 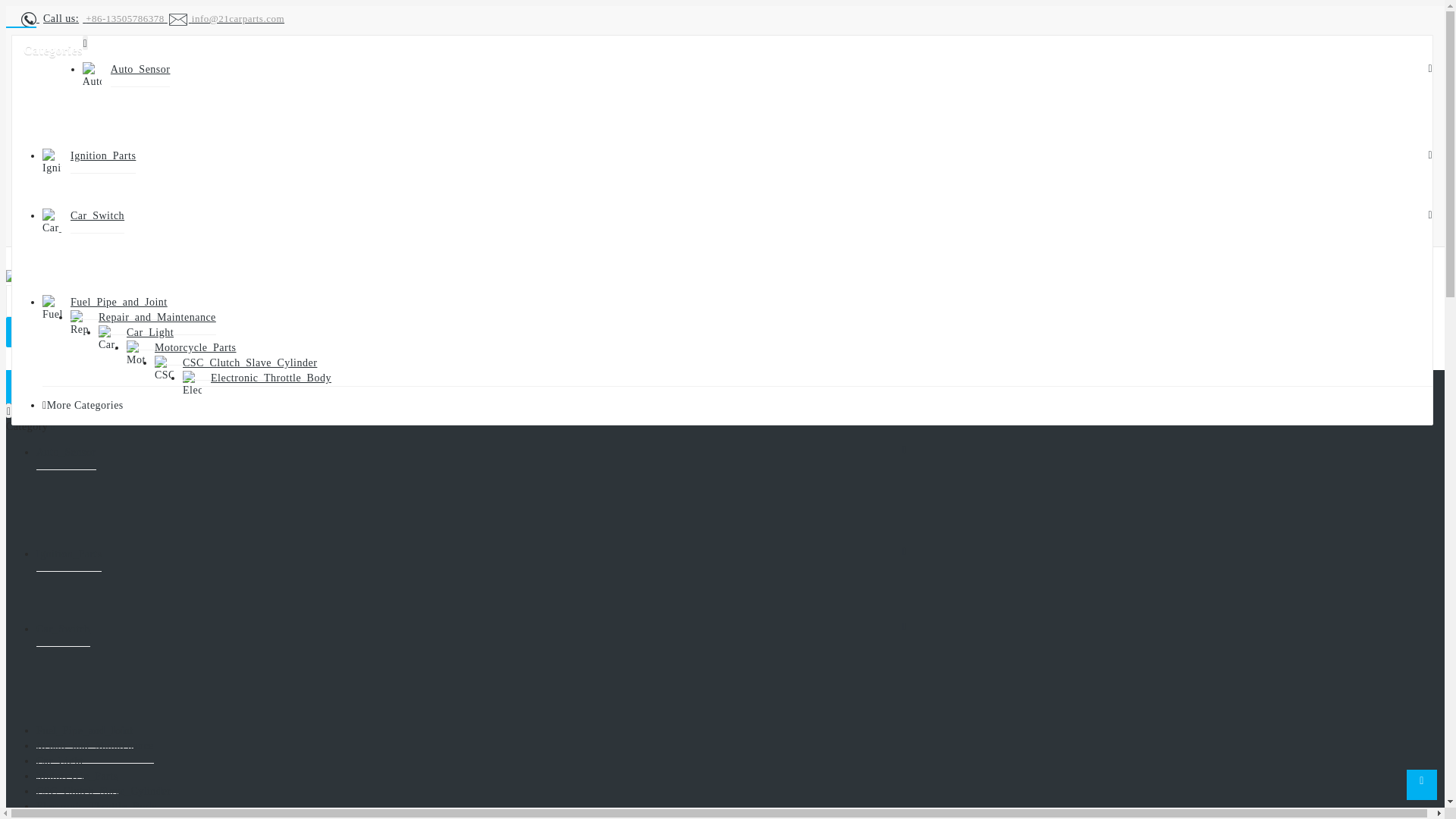 I want to click on 'CSC_Clutch_Slave_Cylinder', so click(x=102, y=791).